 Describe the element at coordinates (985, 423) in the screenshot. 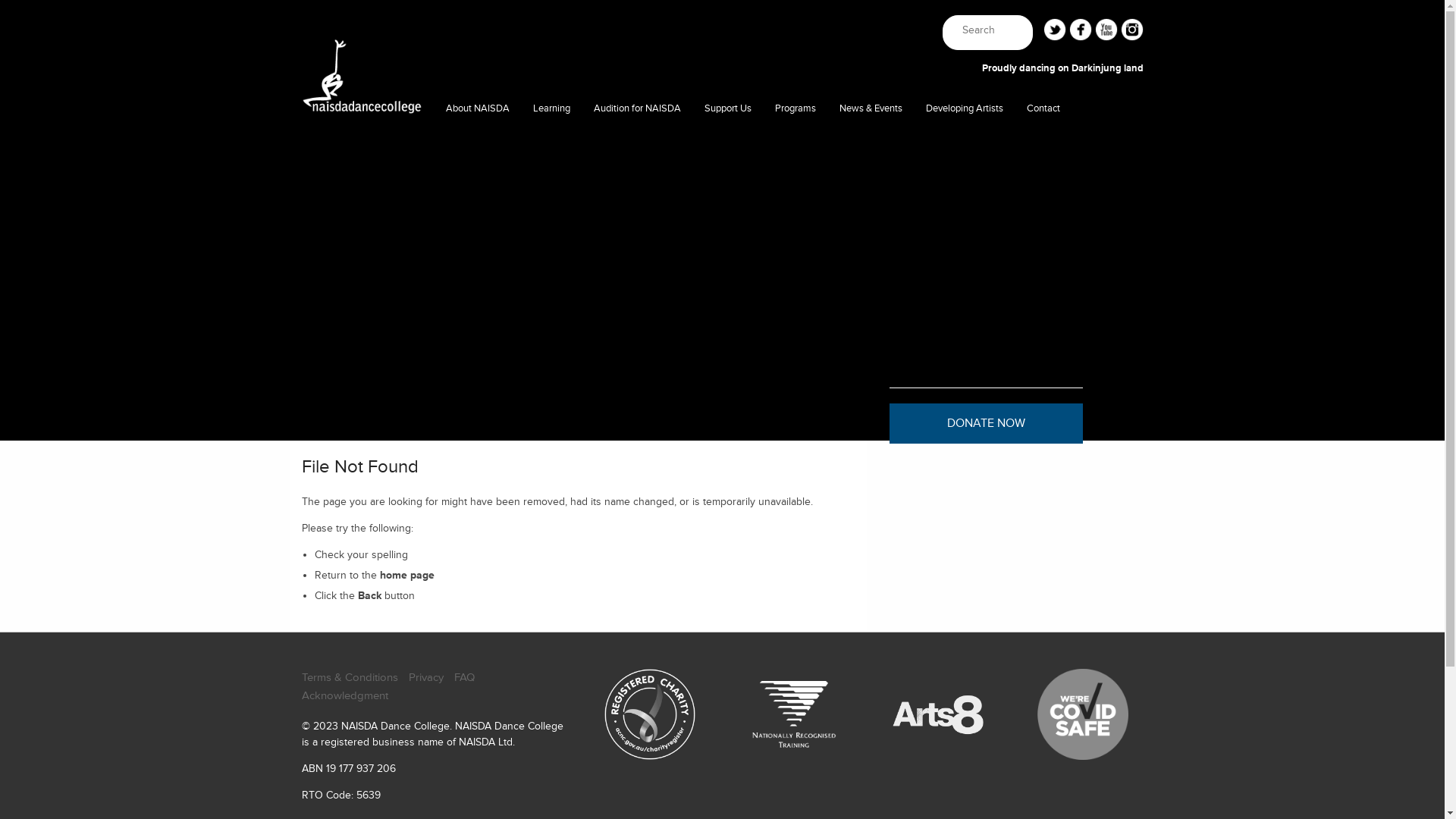

I see `'DONATE NOW'` at that location.